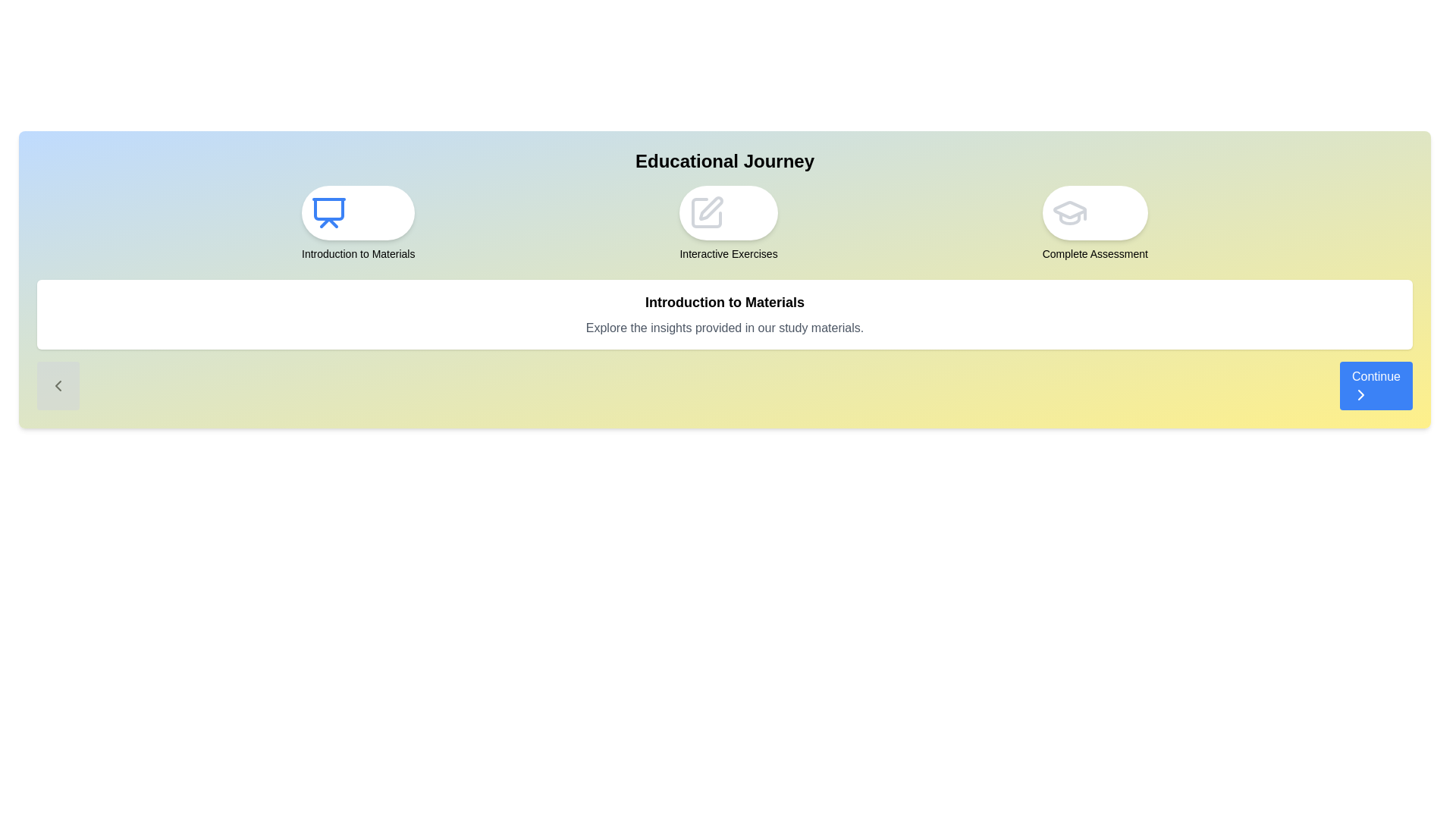  Describe the element at coordinates (728, 213) in the screenshot. I see `the milestone icon corresponding to Interactive Exercises for visual inspection` at that location.